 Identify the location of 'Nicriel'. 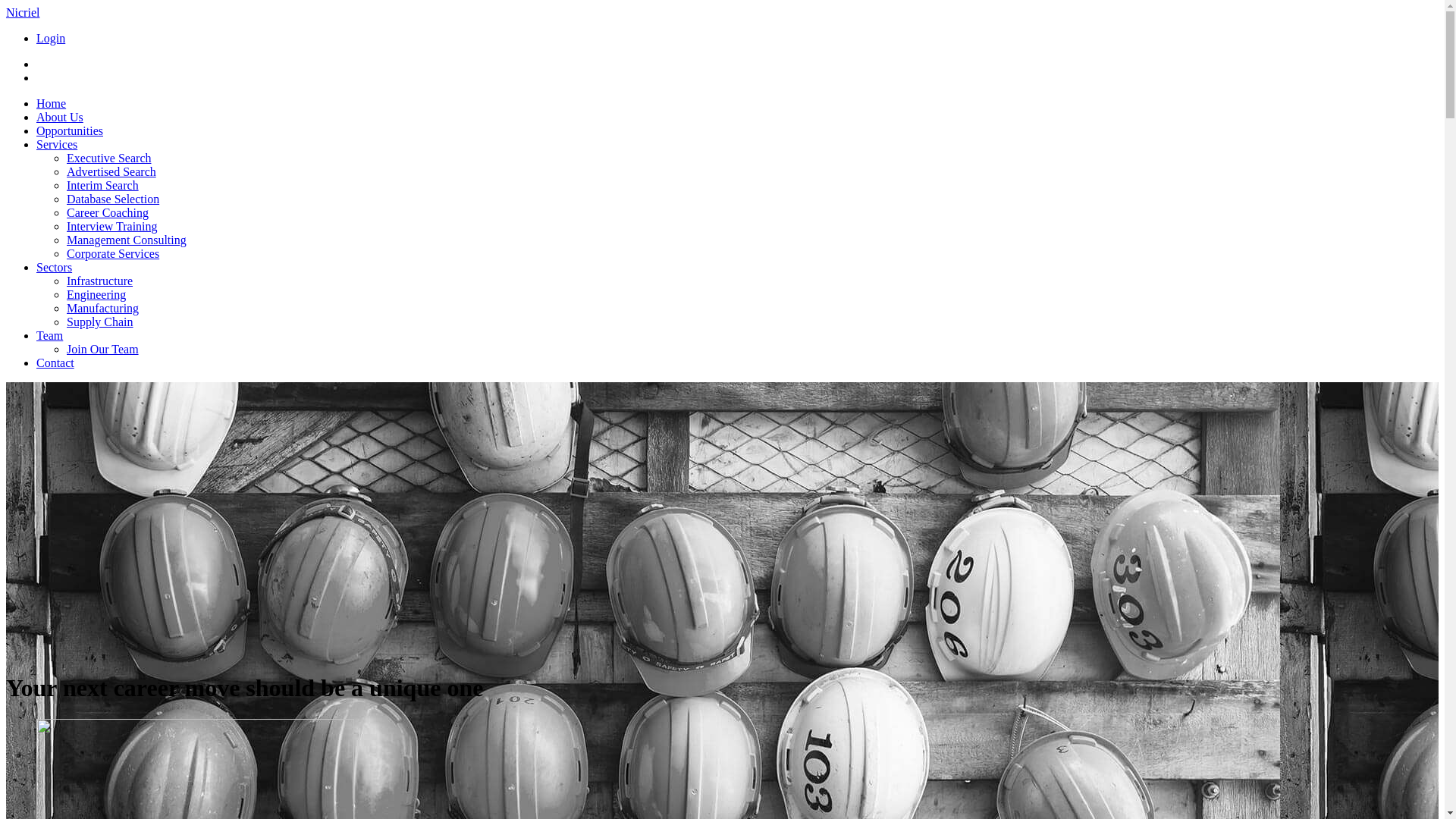
(22, 12).